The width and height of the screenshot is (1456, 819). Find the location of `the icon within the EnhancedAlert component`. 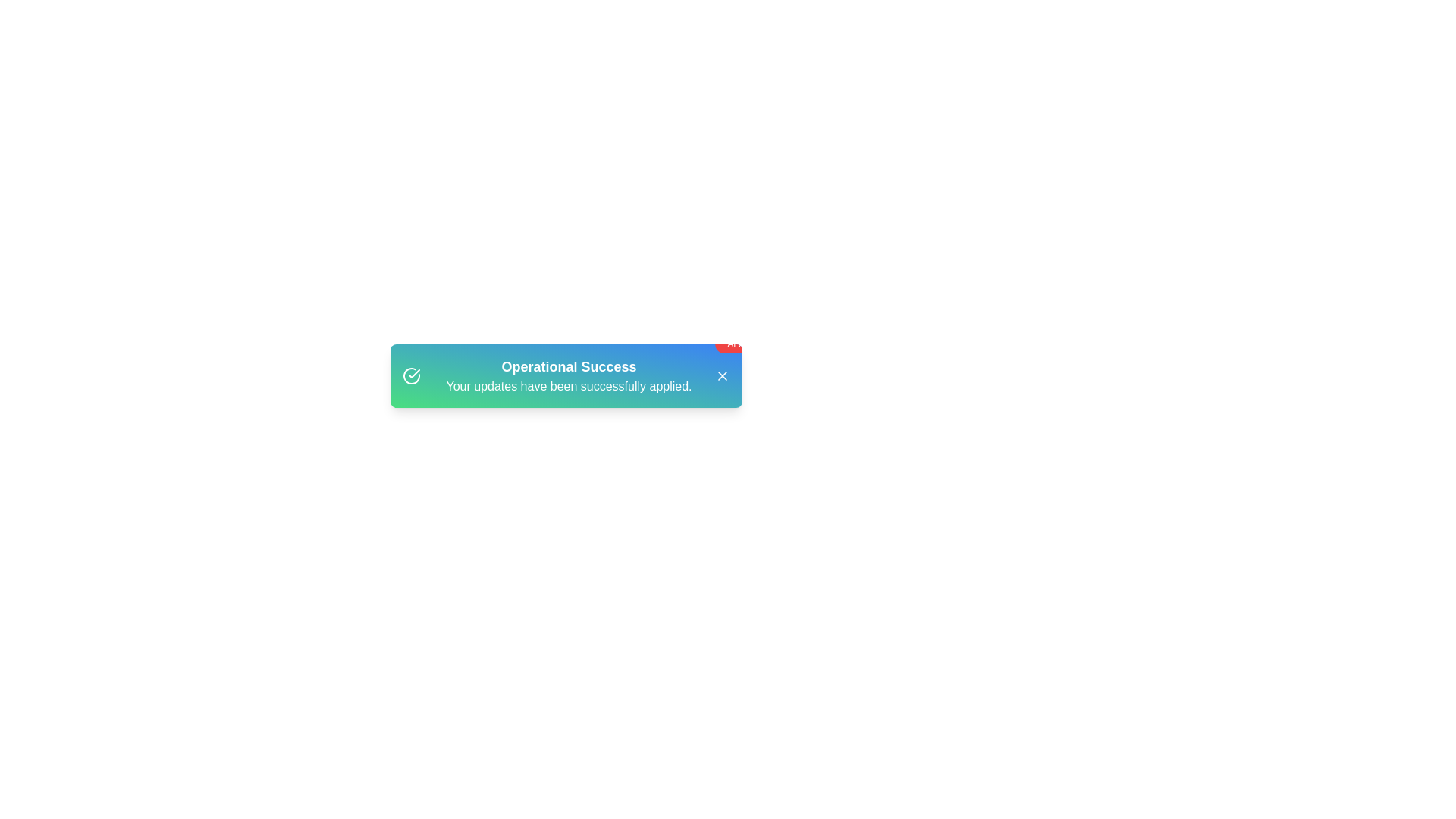

the icon within the EnhancedAlert component is located at coordinates (411, 375).